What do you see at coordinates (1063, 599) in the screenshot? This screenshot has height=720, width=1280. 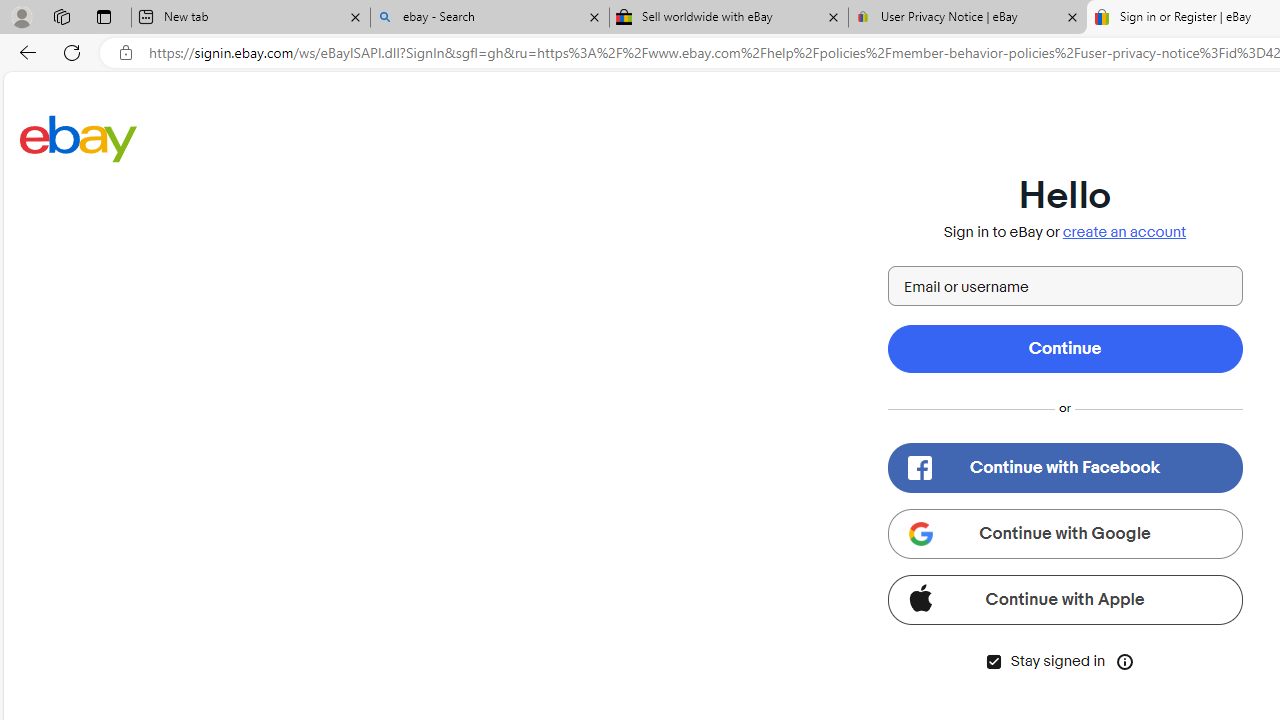 I see `'Continue with Apple'` at bounding box center [1063, 599].